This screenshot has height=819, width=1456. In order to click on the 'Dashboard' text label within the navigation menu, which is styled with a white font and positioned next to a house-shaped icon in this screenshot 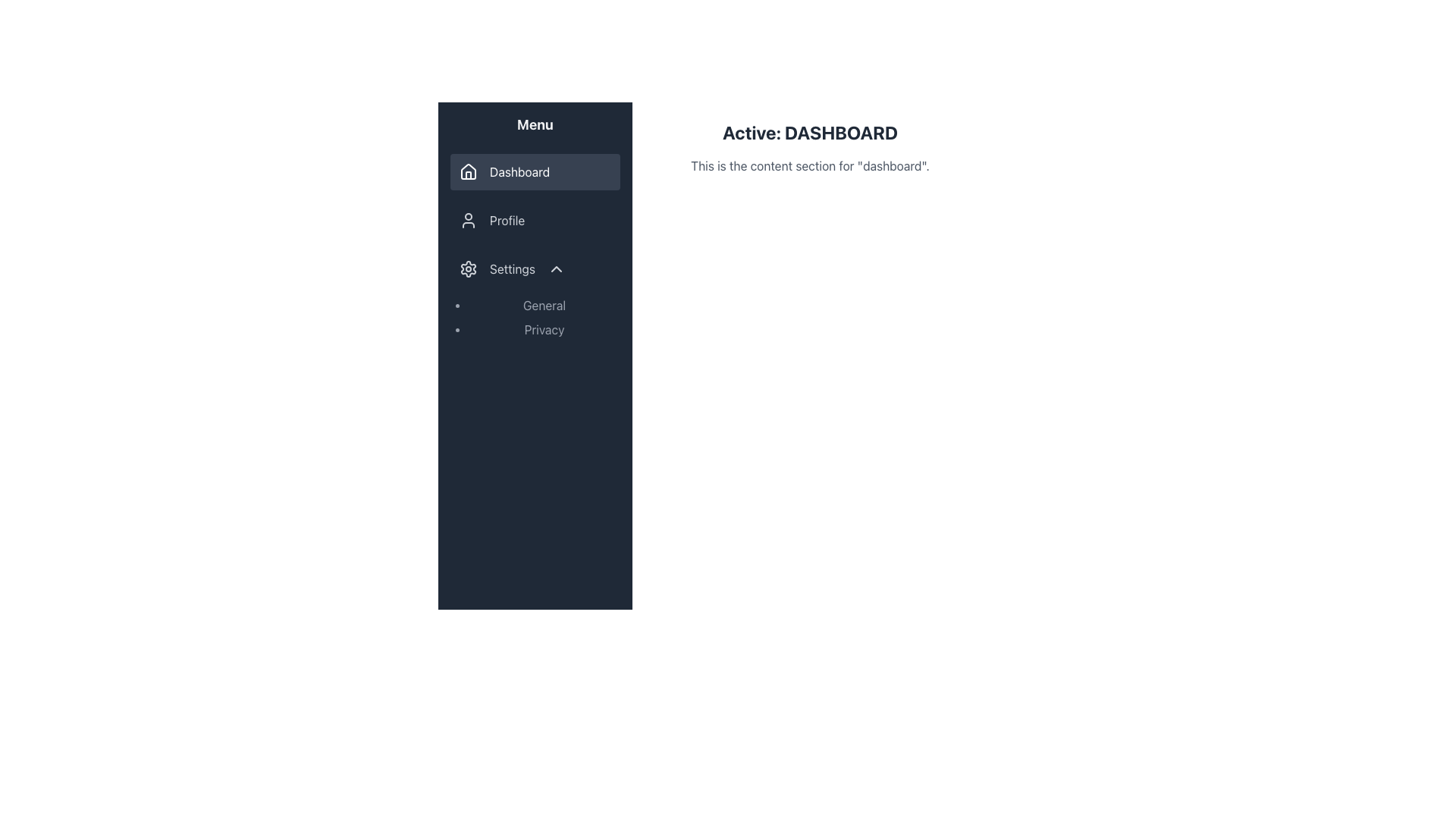, I will do `click(519, 171)`.